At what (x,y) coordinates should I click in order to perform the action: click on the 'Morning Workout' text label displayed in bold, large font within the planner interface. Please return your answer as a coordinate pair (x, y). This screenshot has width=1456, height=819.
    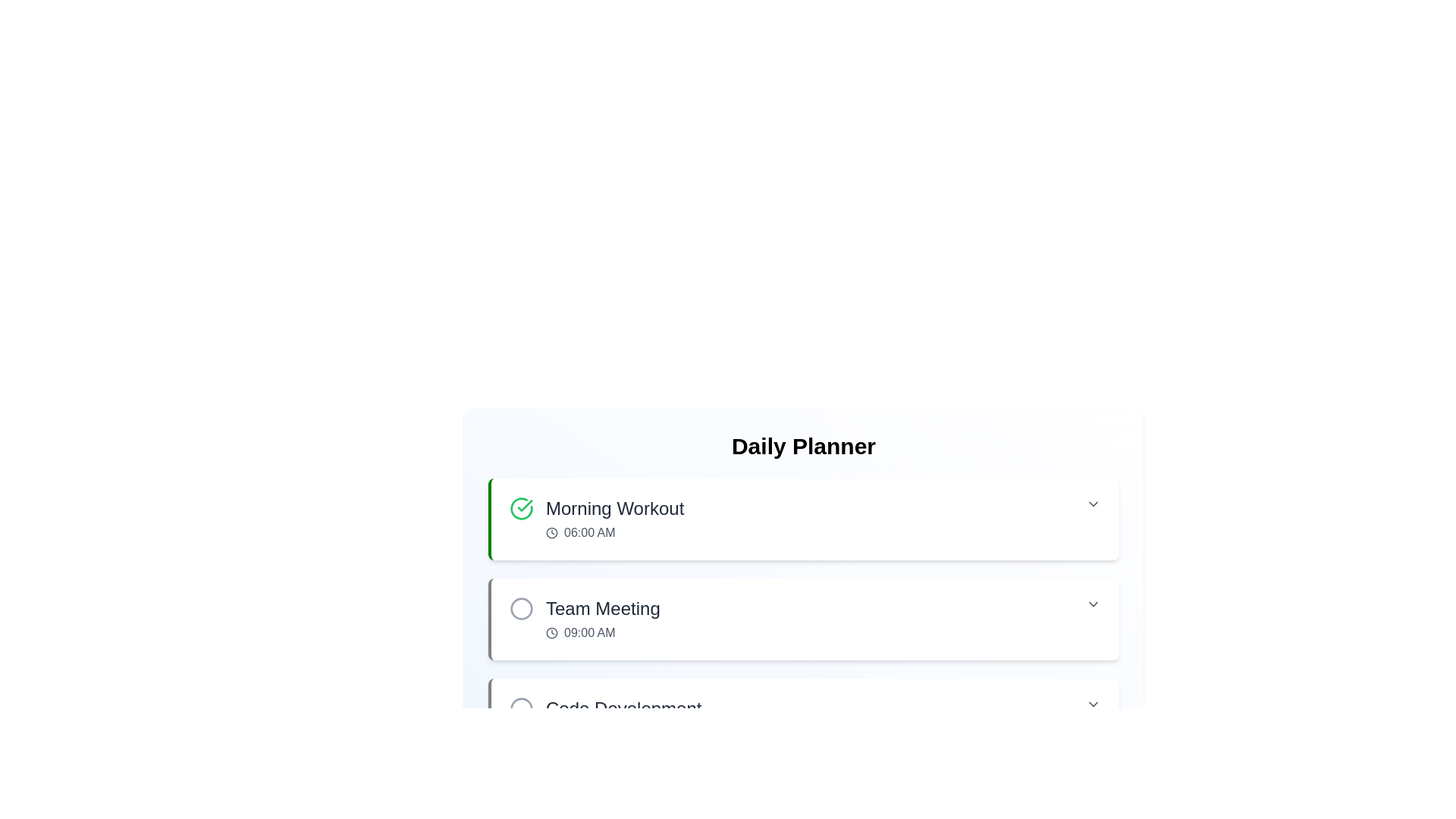
    Looking at the image, I should click on (615, 509).